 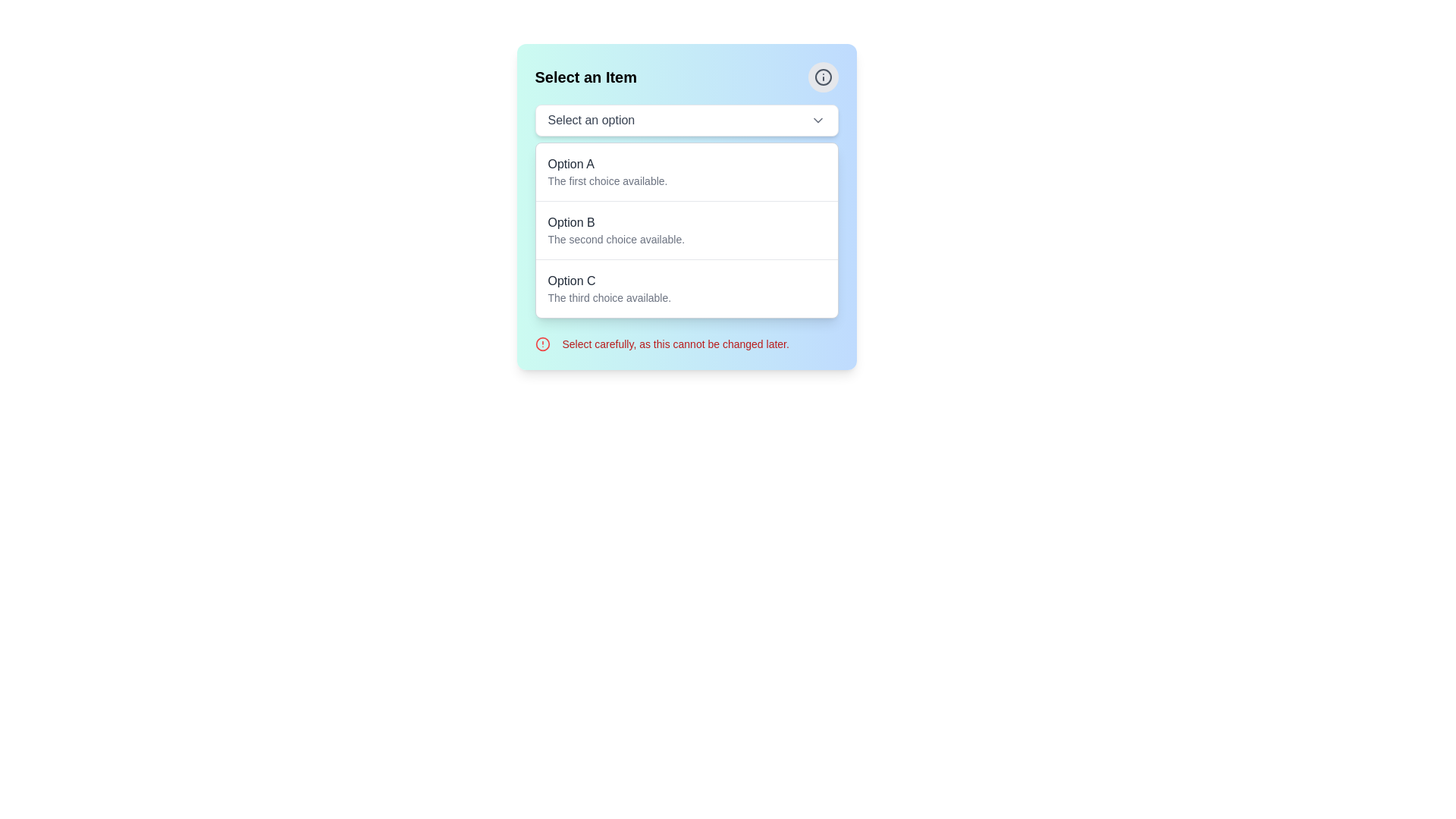 I want to click on the gray-stroked circular element that is part of the 'info' or 'help' icon located in the top-right corner of the interactive component, so click(x=822, y=77).